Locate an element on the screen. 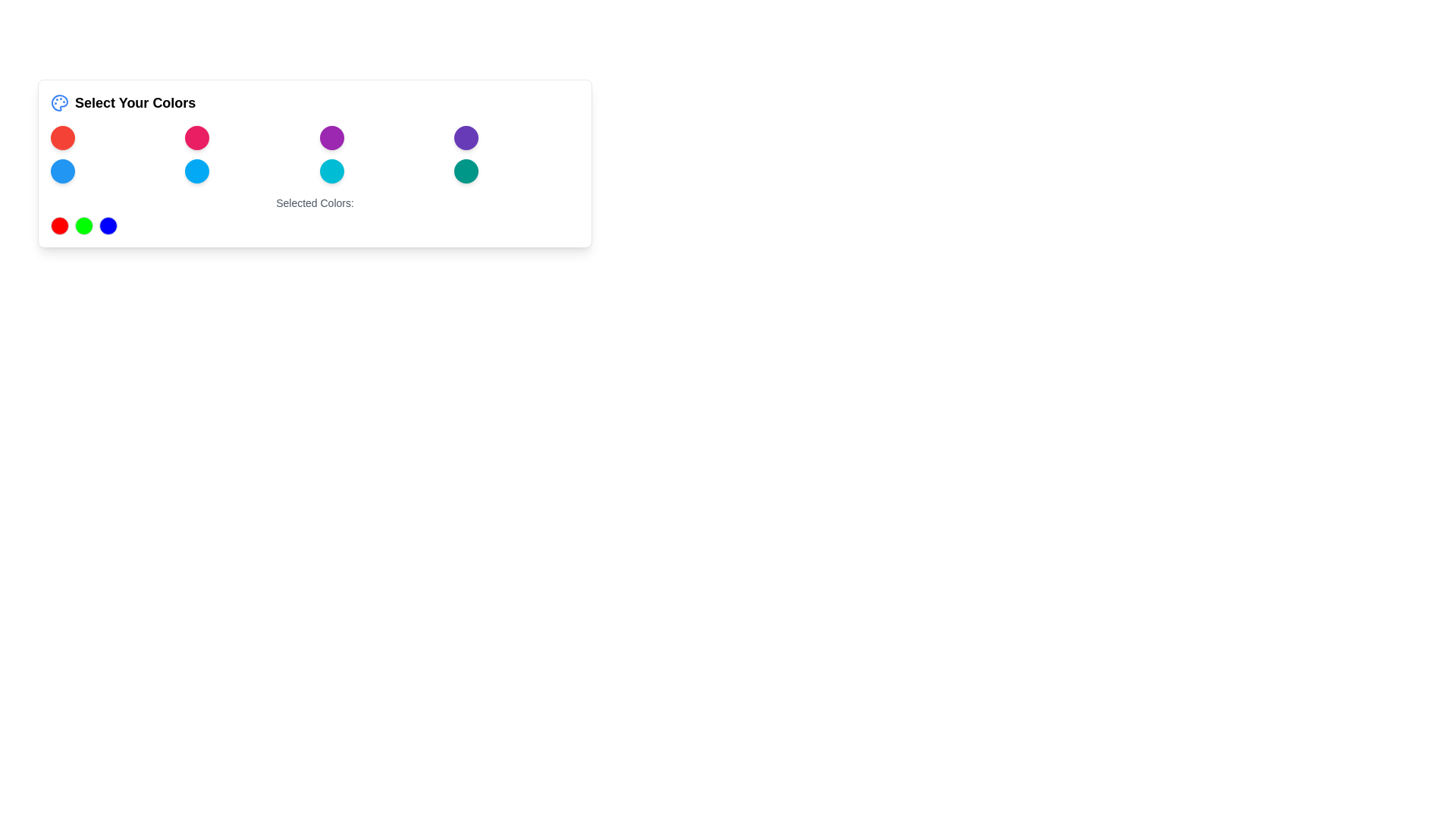 This screenshot has height=819, width=1456. the circular button located in the second row and first column of the grid is located at coordinates (61, 171).